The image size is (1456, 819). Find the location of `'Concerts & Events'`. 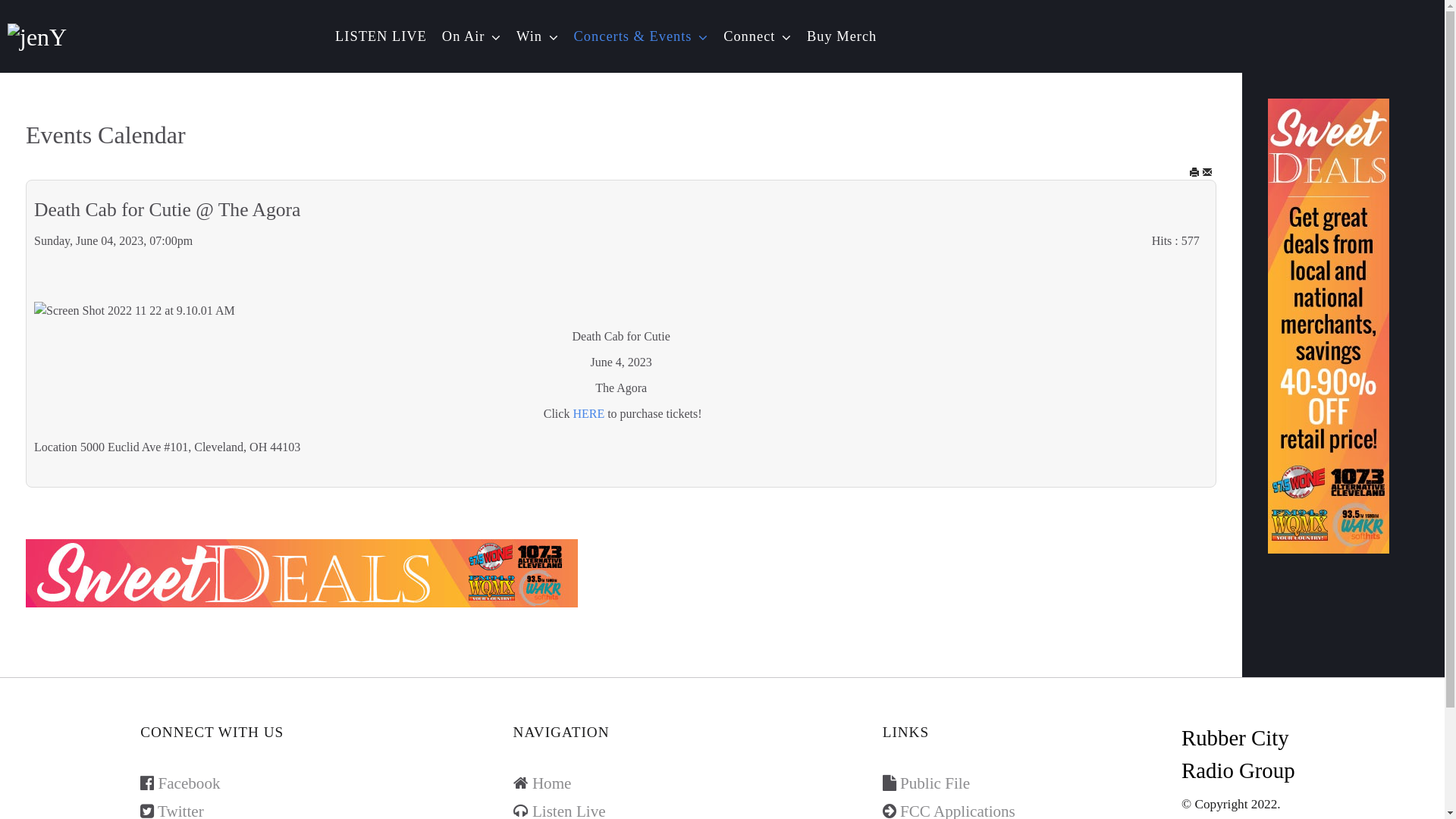

'Concerts & Events' is located at coordinates (641, 35).